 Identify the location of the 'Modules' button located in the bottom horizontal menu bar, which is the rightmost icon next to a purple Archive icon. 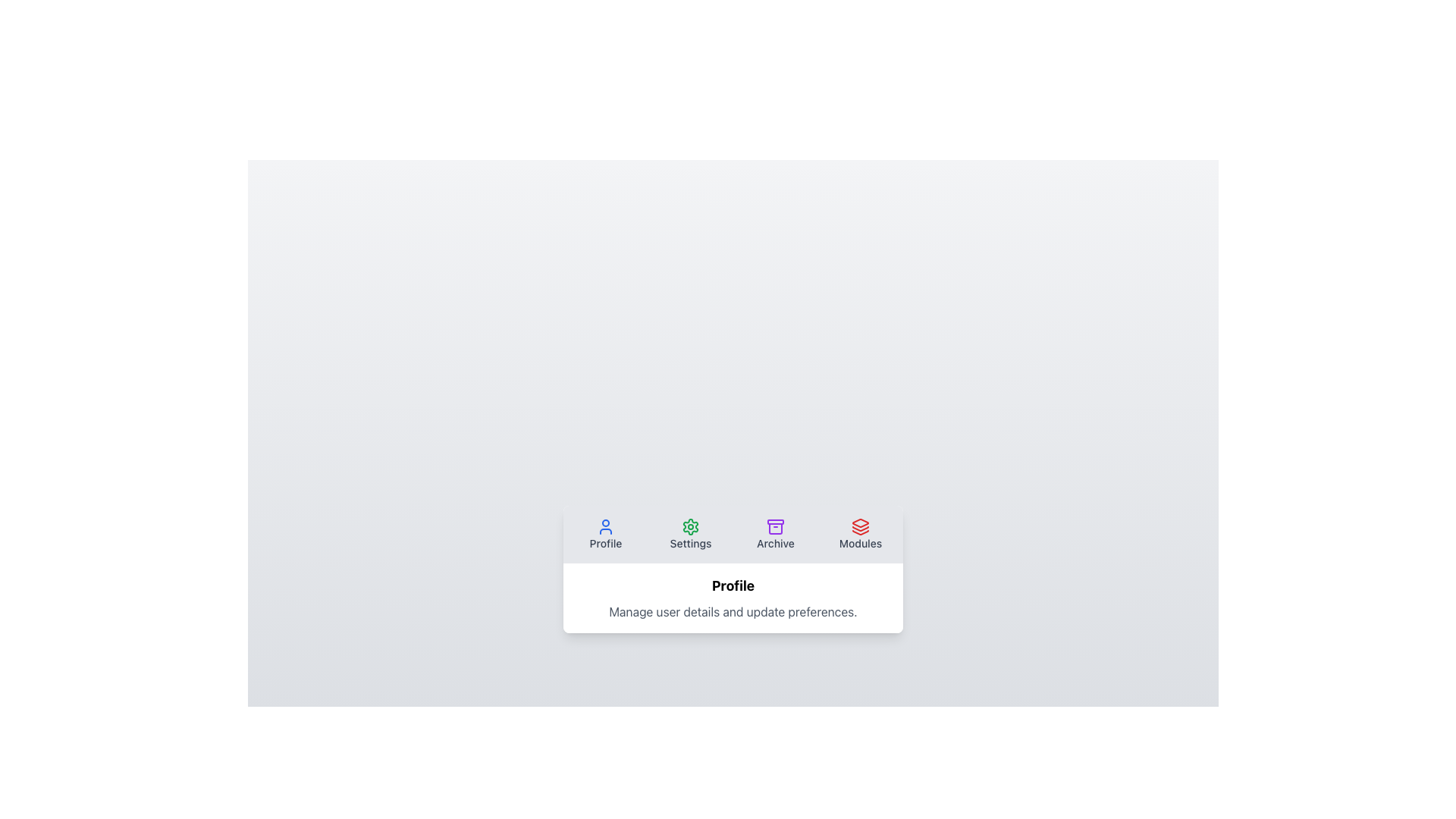
(860, 526).